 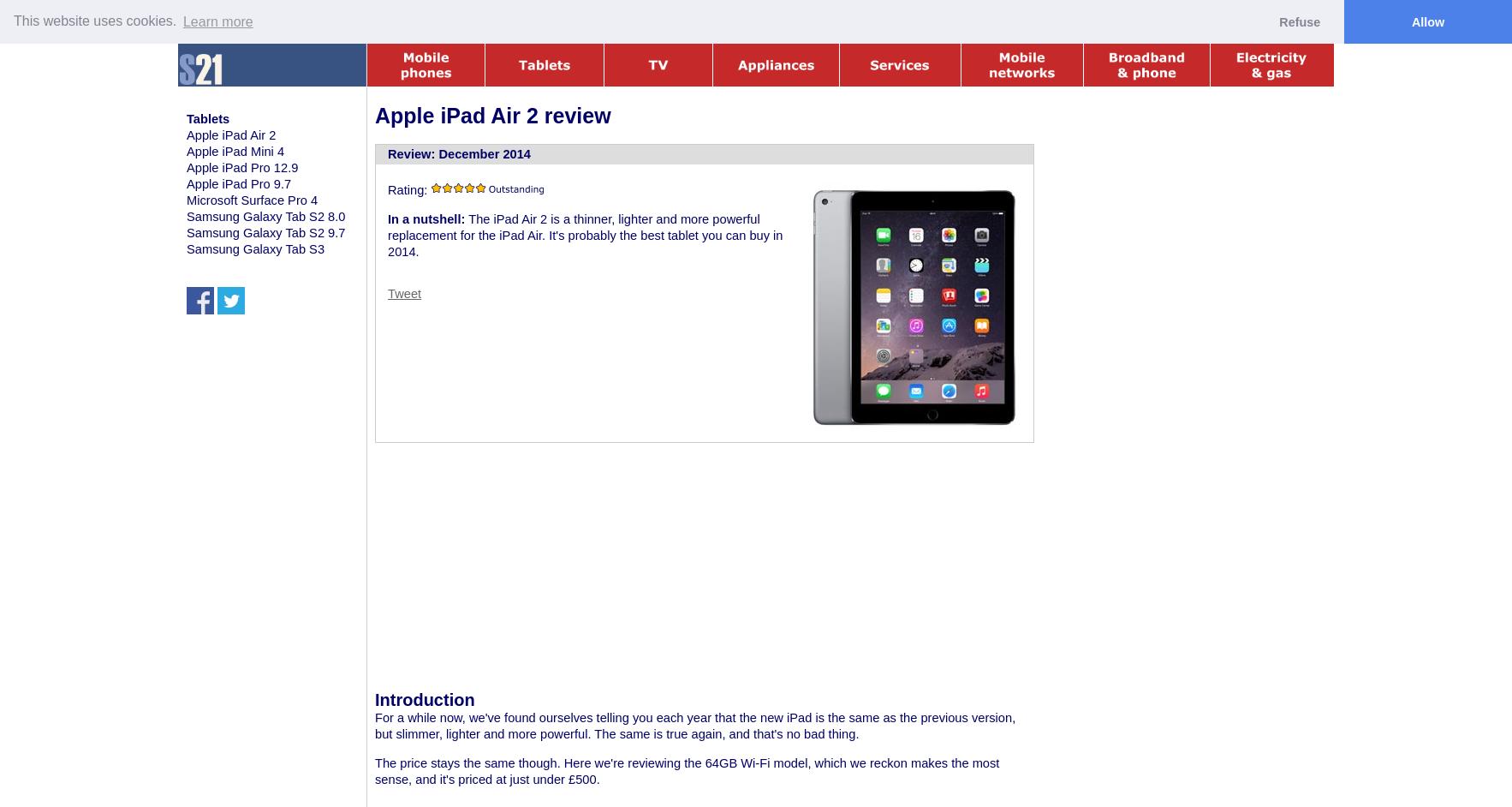 I want to click on 'Apple iPad Pro 12.9', so click(x=241, y=166).